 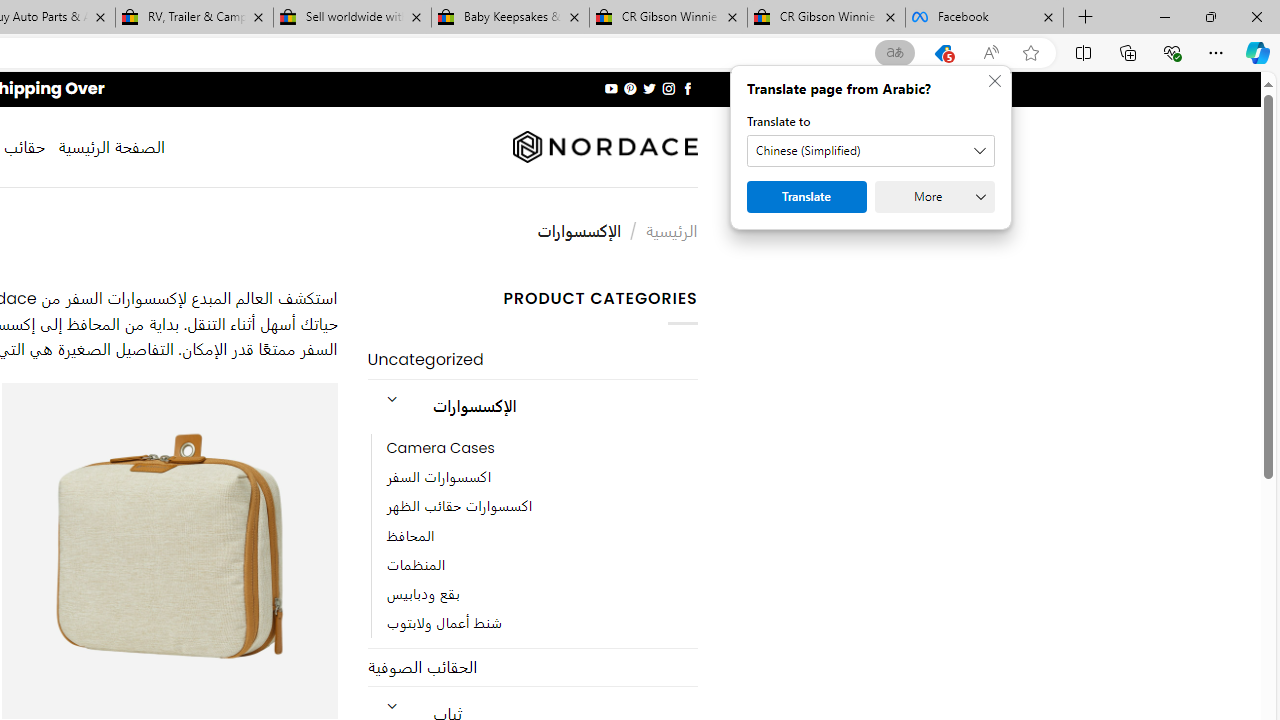 I want to click on 'This site has coupons! Shopping in Microsoft Edge, 5', so click(x=942, y=52).